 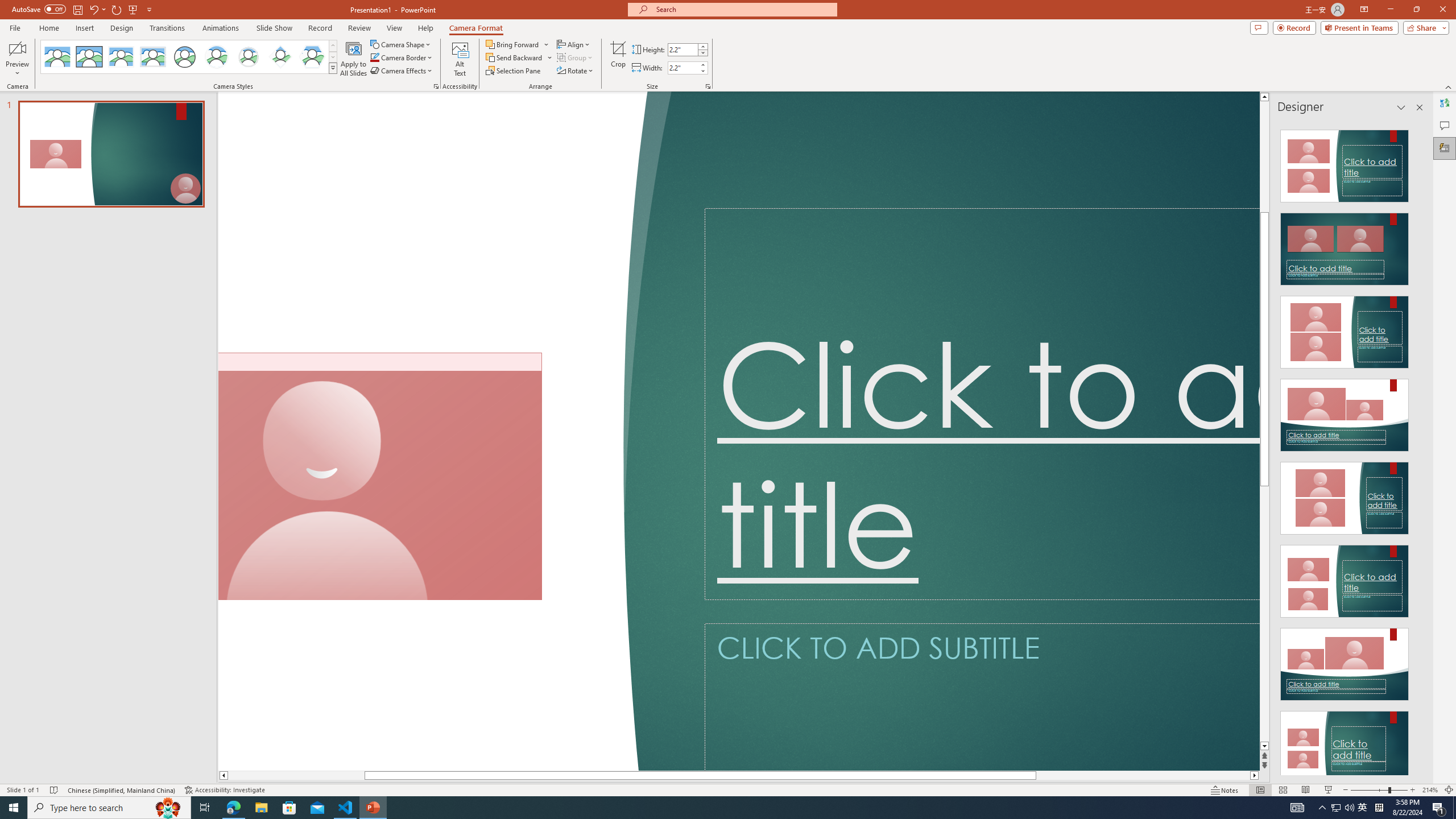 I want to click on 'Camera Border', so click(x=401, y=56).